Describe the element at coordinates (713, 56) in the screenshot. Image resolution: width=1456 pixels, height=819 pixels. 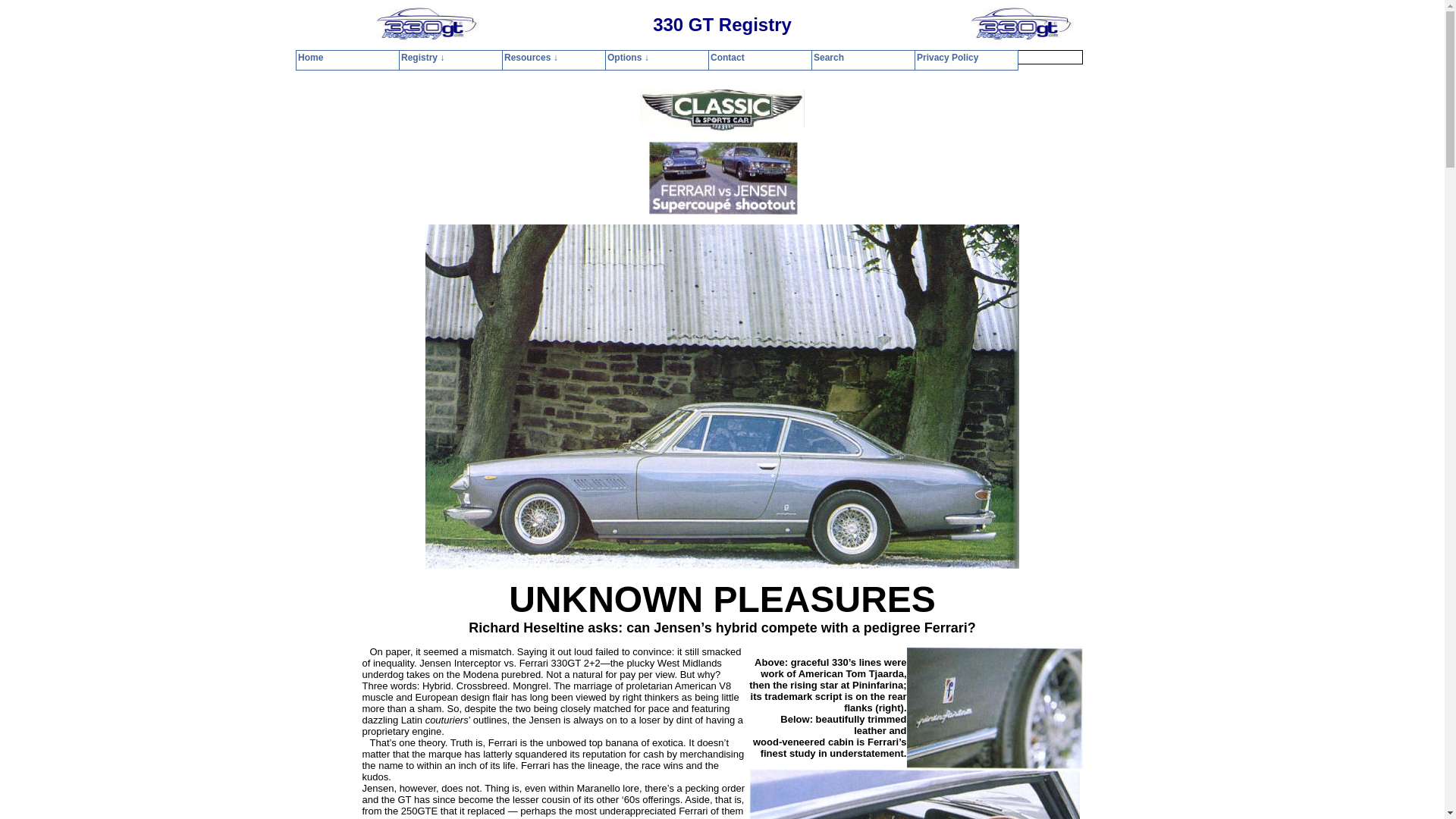
I see `'Options'` at that location.